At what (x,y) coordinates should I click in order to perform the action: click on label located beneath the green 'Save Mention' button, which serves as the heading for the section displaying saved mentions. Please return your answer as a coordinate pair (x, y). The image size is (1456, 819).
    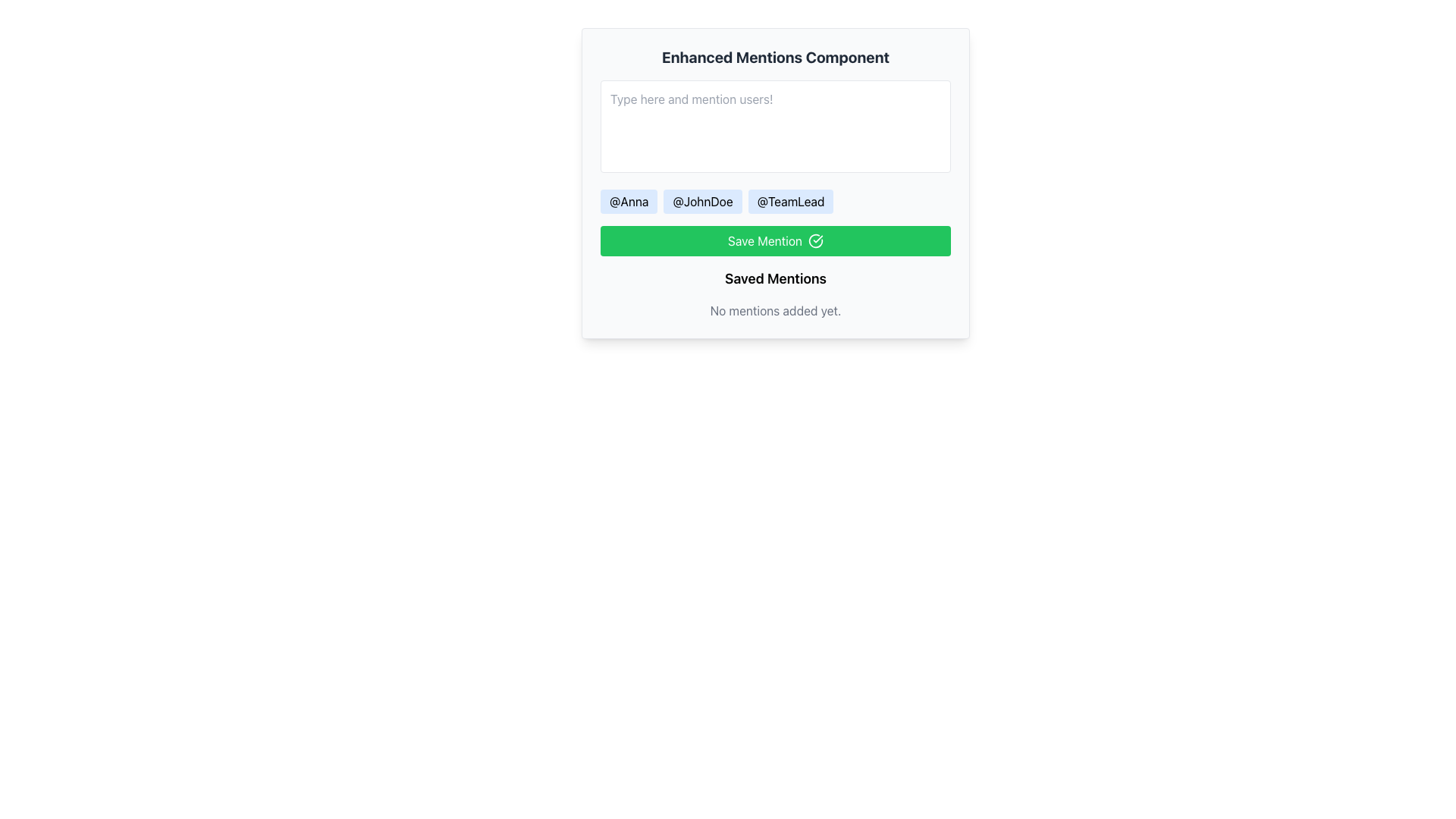
    Looking at the image, I should click on (775, 278).